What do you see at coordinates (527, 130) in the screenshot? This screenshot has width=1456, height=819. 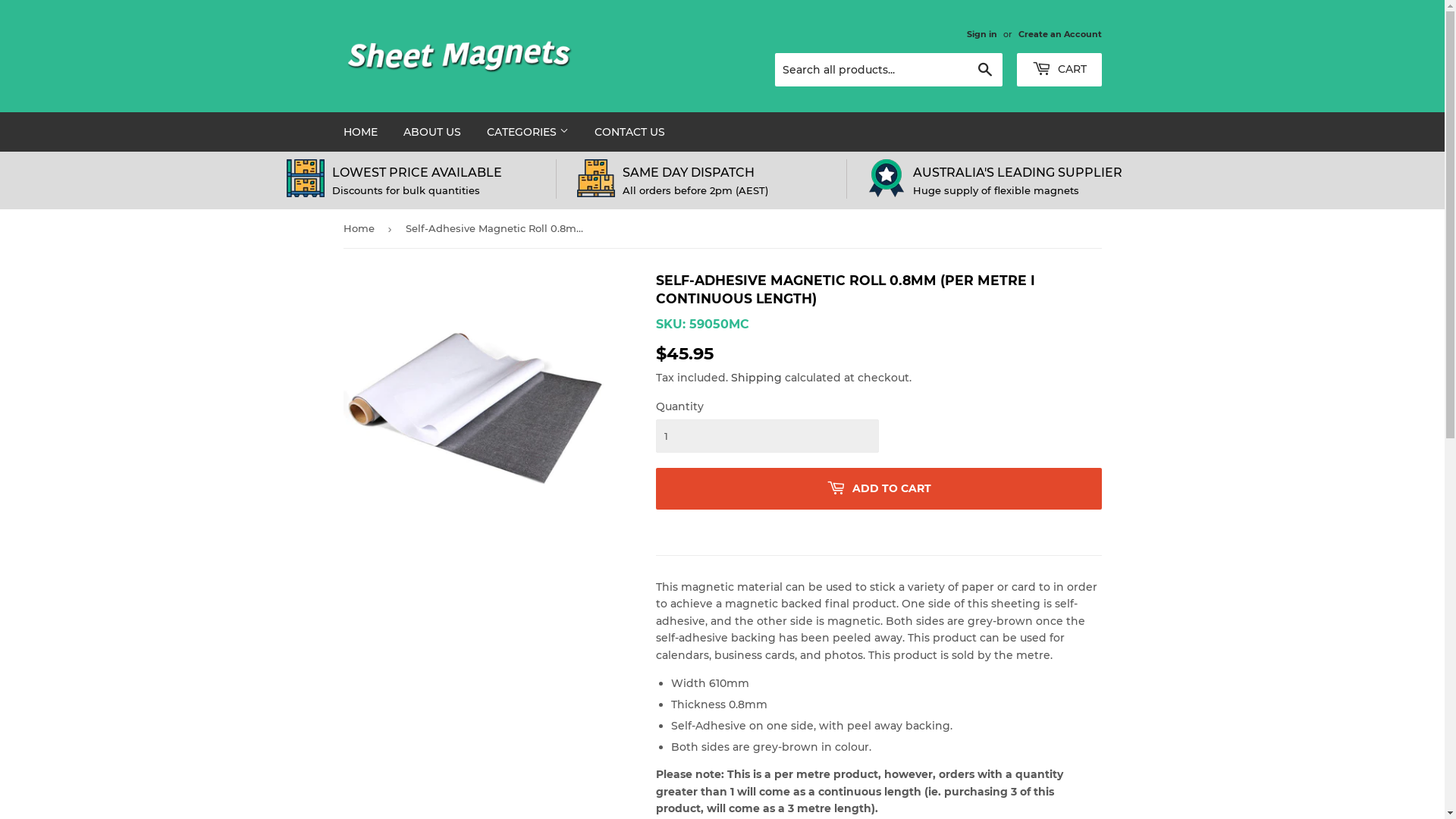 I see `'CATEGORIES'` at bounding box center [527, 130].